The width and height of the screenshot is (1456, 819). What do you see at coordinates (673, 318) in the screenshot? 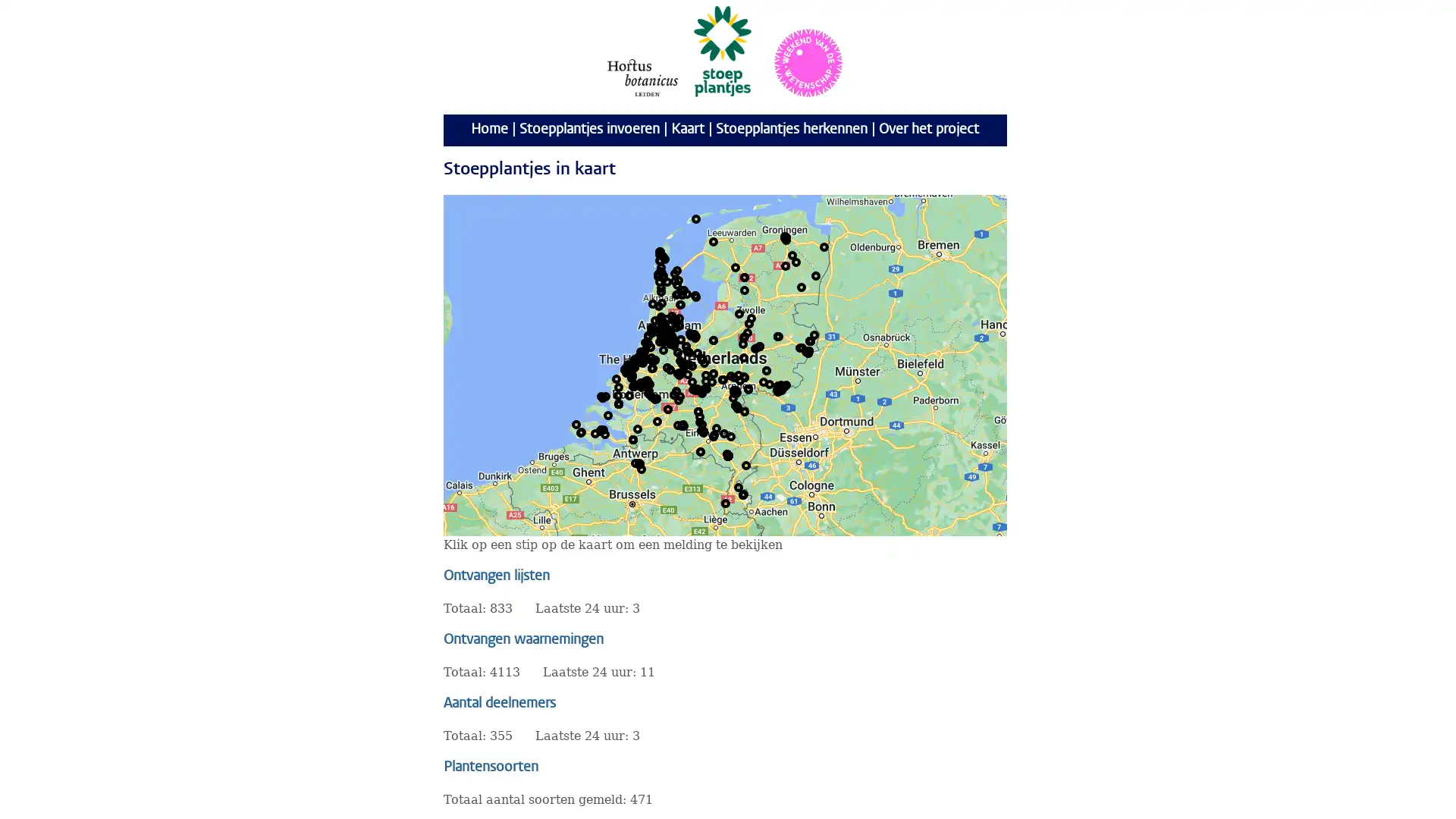
I see `Telling van K op 23 oktober 2021` at bounding box center [673, 318].